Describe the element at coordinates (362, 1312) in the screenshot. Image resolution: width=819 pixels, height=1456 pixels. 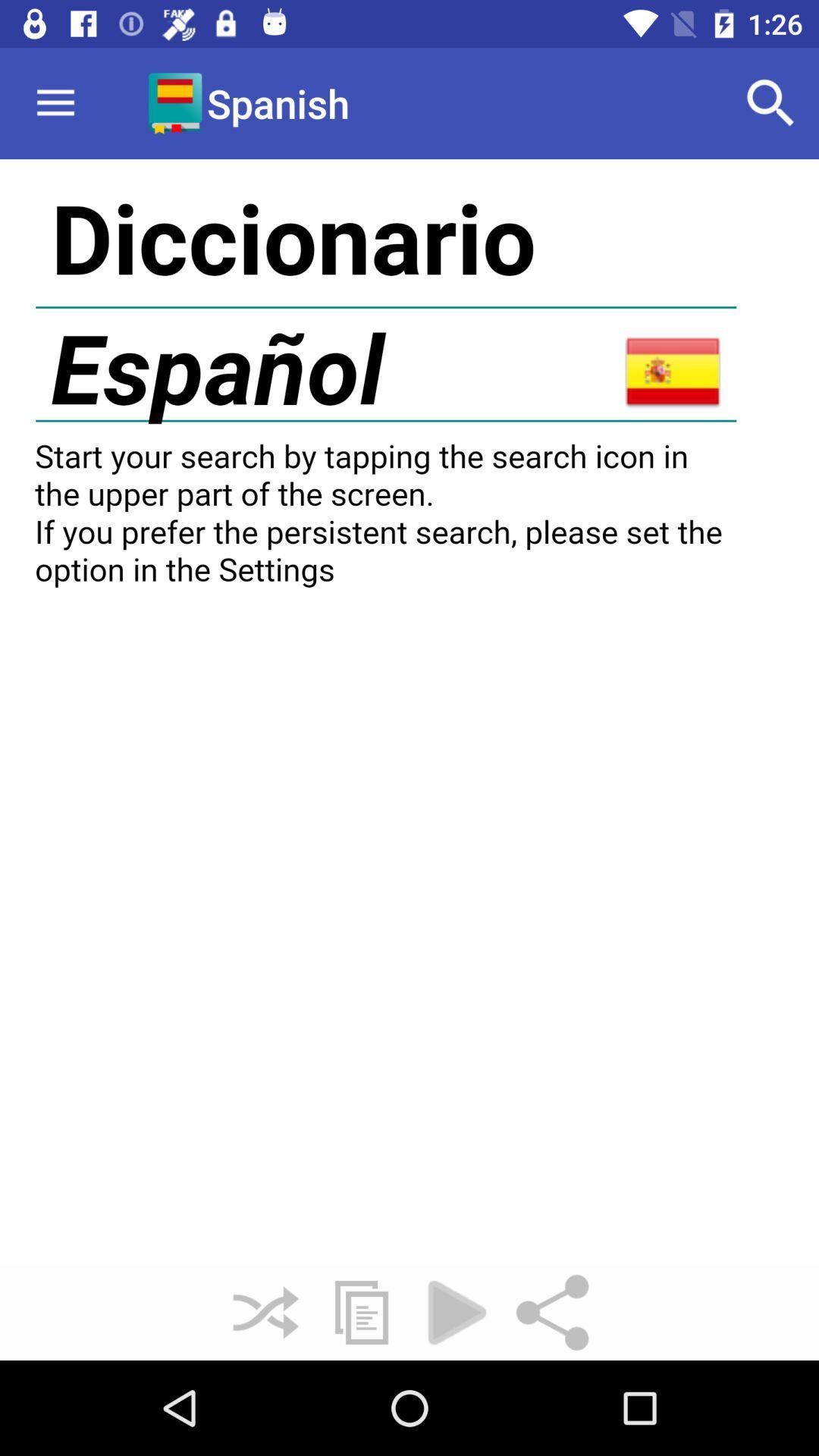
I see `the copy icon` at that location.